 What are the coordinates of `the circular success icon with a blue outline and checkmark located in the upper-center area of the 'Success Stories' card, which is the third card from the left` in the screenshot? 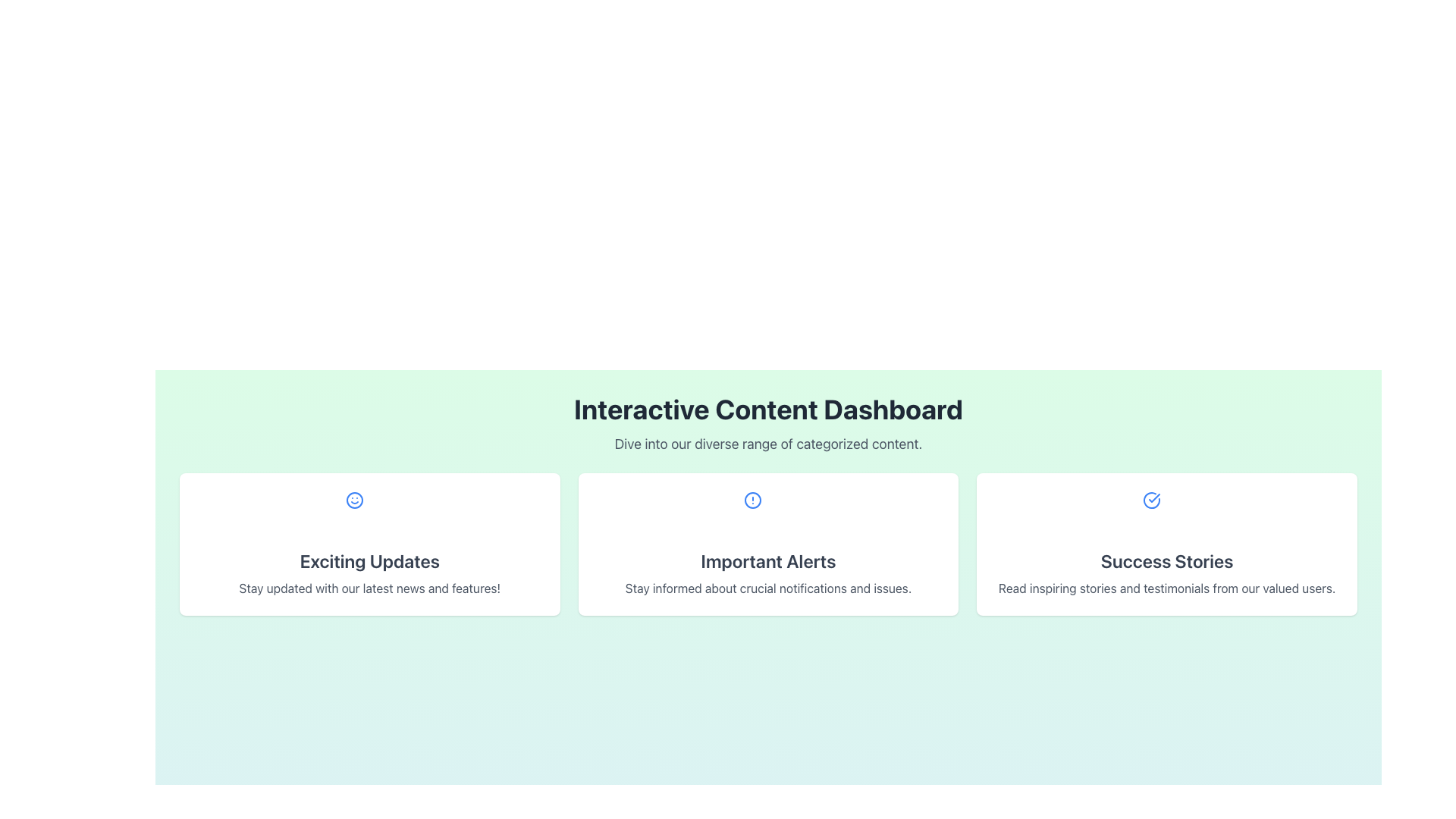 It's located at (1152, 500).